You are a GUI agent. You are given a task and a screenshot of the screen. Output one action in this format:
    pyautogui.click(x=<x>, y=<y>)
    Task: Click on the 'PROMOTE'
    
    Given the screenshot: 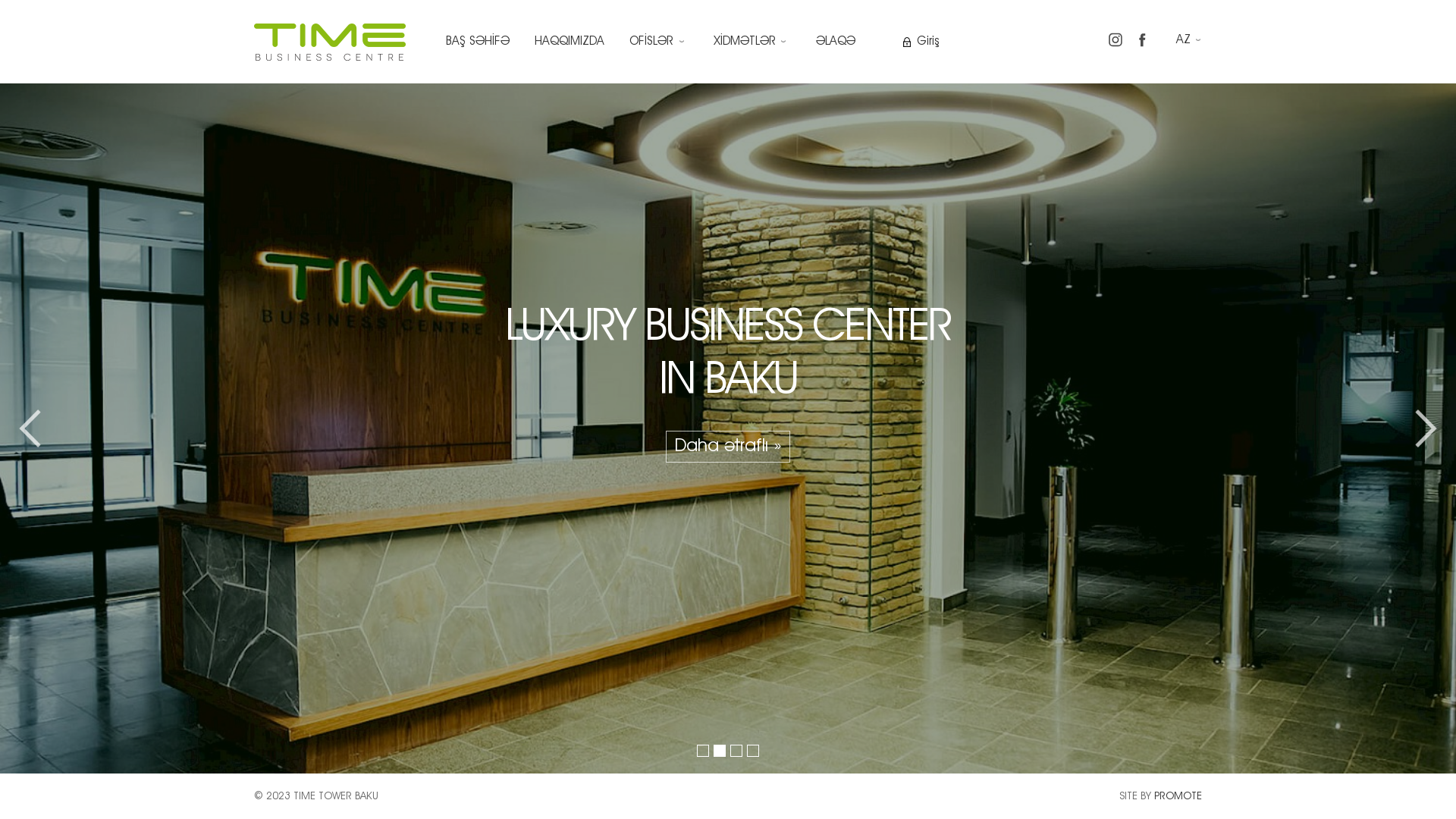 What is the action you would take?
    pyautogui.click(x=1177, y=795)
    